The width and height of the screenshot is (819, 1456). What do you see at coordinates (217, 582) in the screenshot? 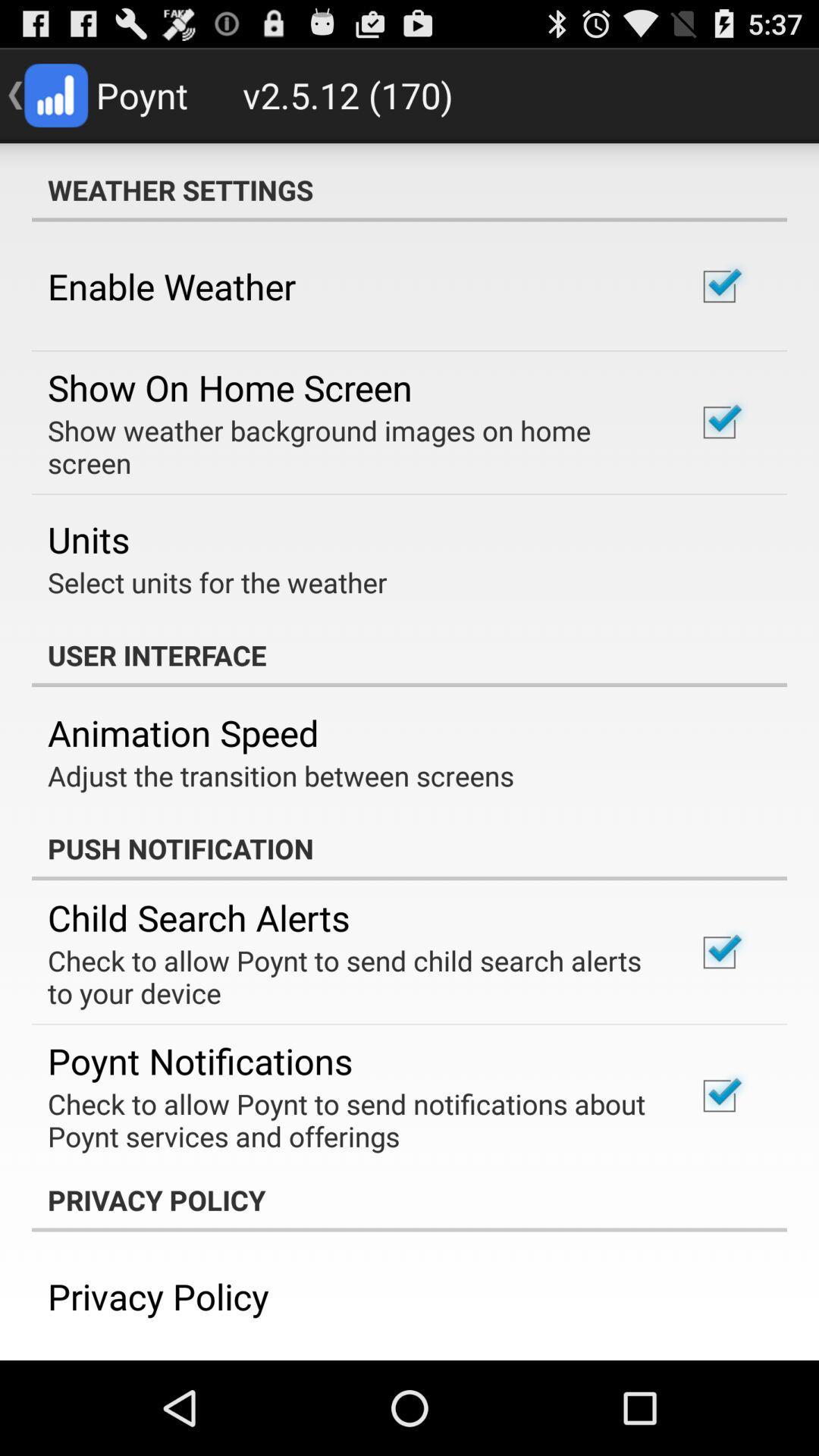
I see `the select units for` at bounding box center [217, 582].